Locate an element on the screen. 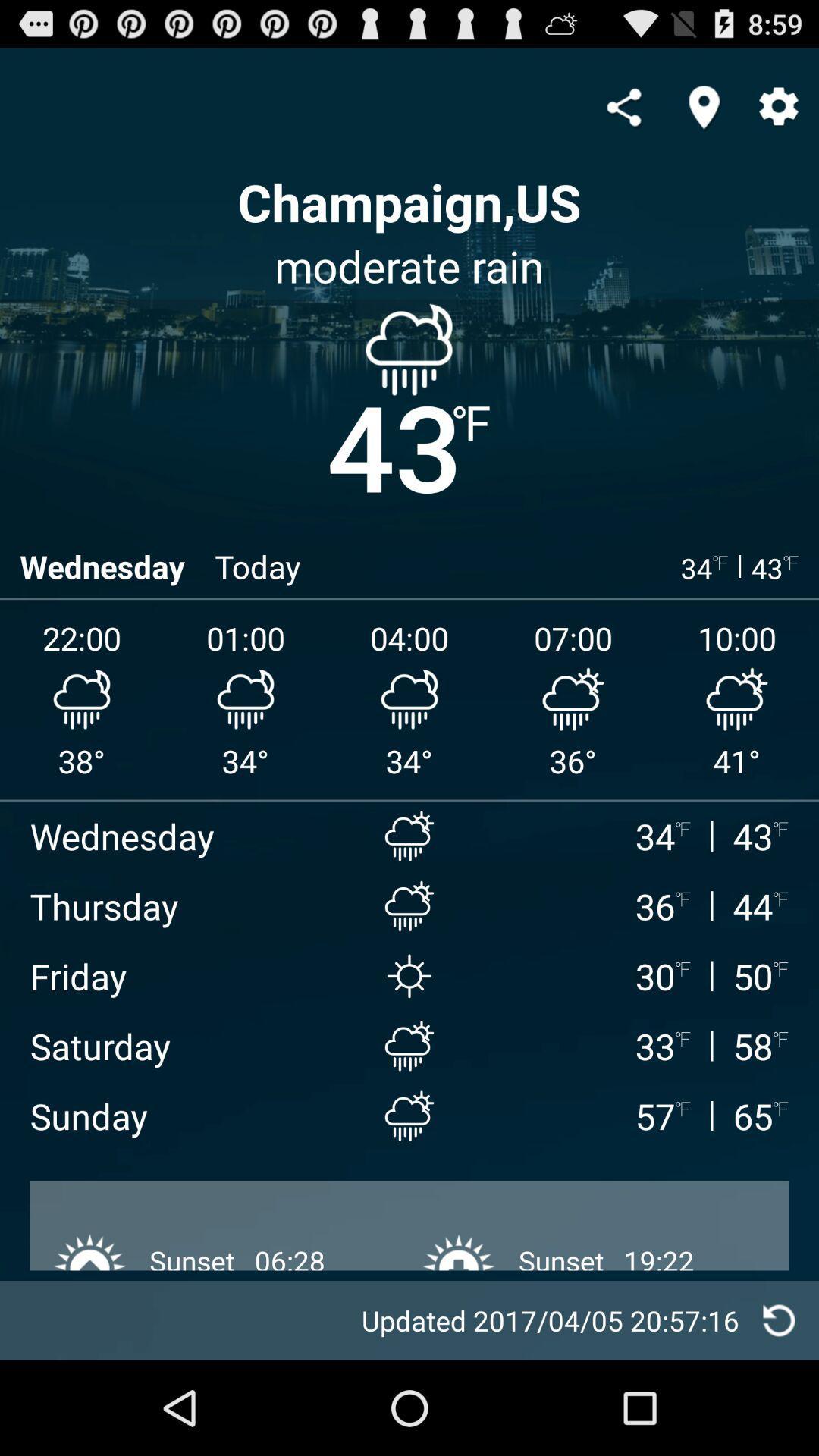  weather details is located at coordinates (779, 1319).